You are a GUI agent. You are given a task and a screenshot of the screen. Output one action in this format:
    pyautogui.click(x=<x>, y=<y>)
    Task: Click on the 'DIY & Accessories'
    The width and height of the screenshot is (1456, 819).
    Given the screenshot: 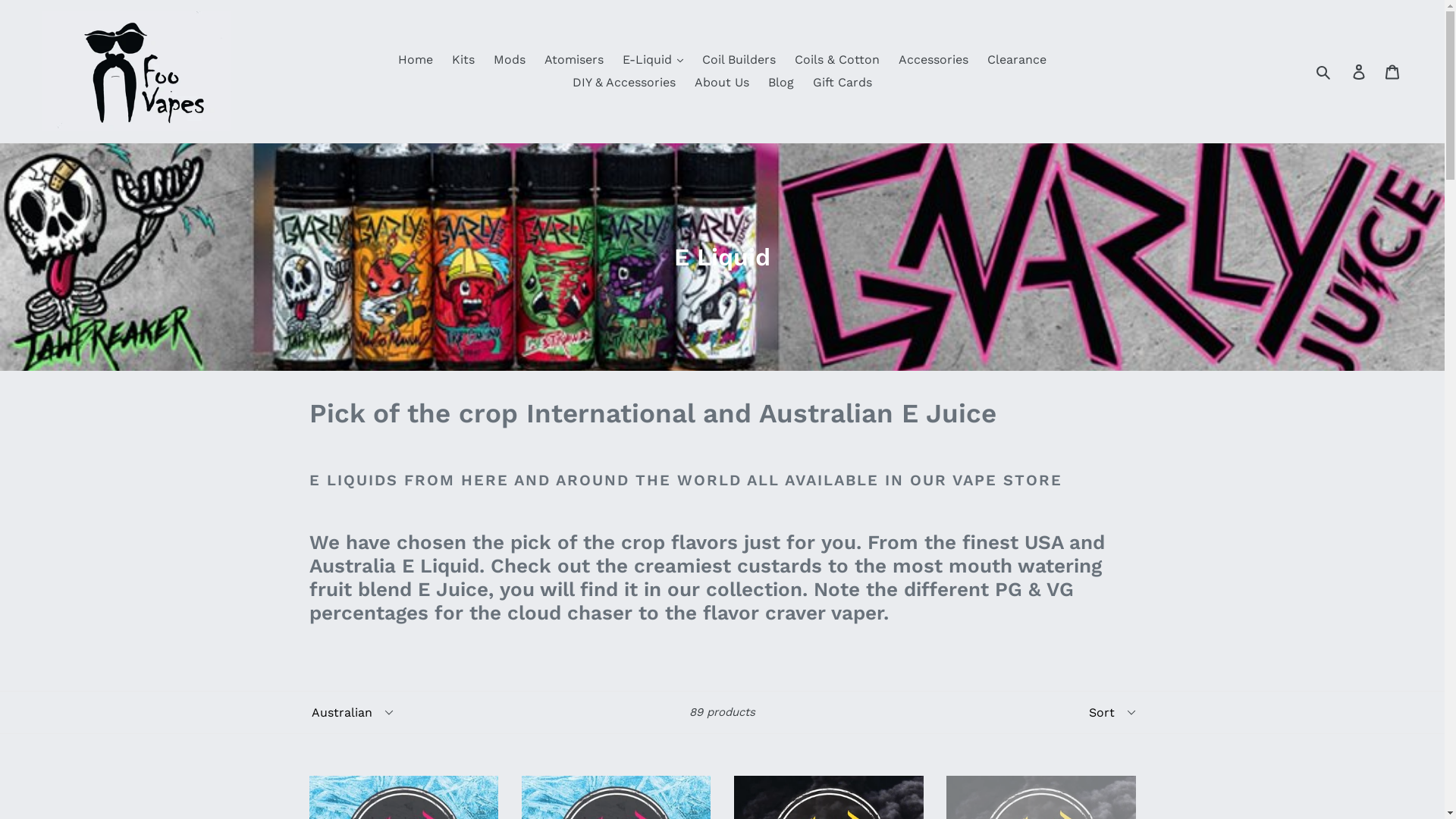 What is the action you would take?
    pyautogui.click(x=563, y=82)
    